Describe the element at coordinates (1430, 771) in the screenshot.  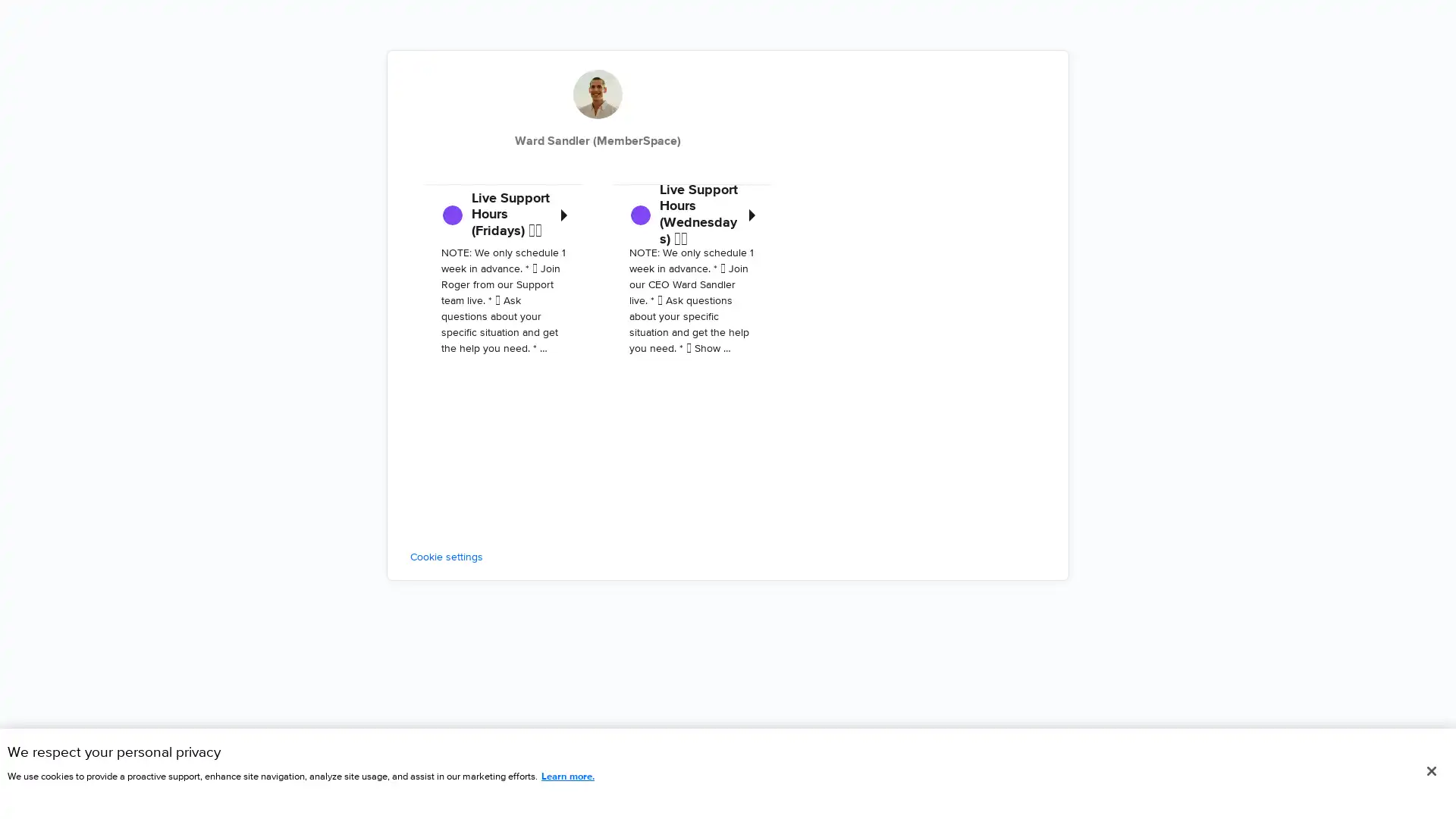
I see `Close` at that location.